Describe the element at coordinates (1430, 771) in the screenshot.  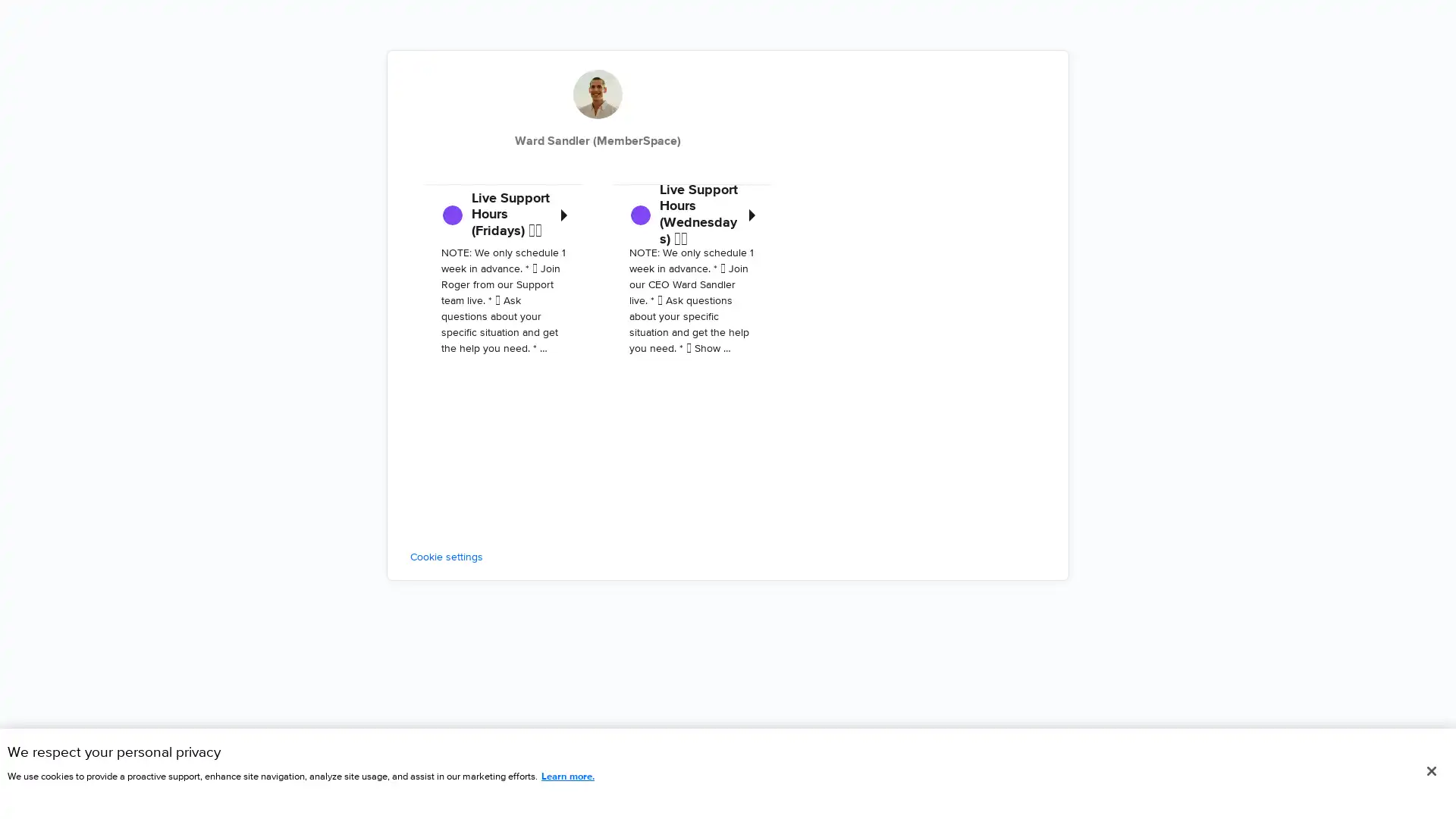
I see `Close` at that location.